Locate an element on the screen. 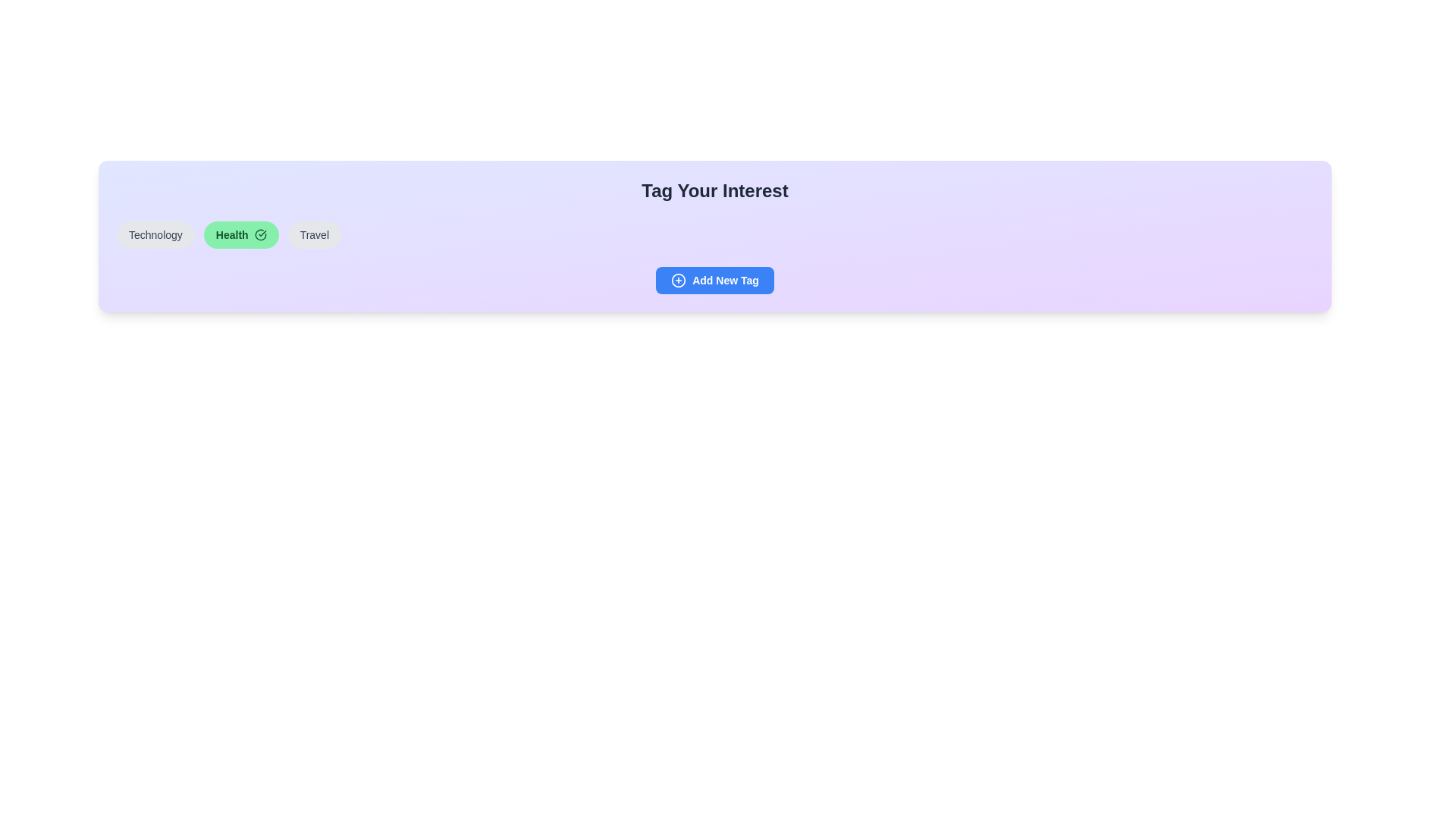  the 'Travel' label button, which is a rectangular label with rounded corners featuring the text 'Travel' in a black font against a light gray background is located at coordinates (313, 234).